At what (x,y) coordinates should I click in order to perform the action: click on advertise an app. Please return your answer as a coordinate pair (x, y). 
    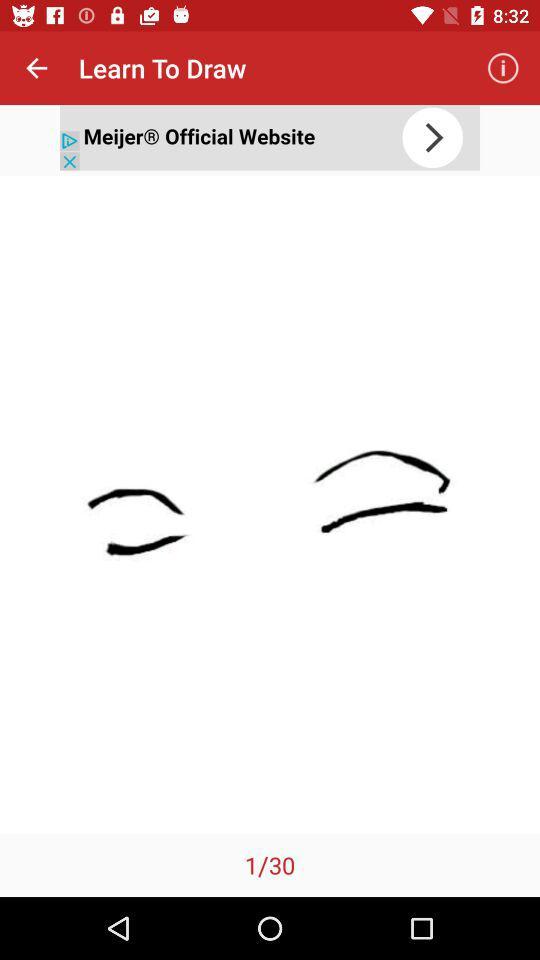
    Looking at the image, I should click on (270, 136).